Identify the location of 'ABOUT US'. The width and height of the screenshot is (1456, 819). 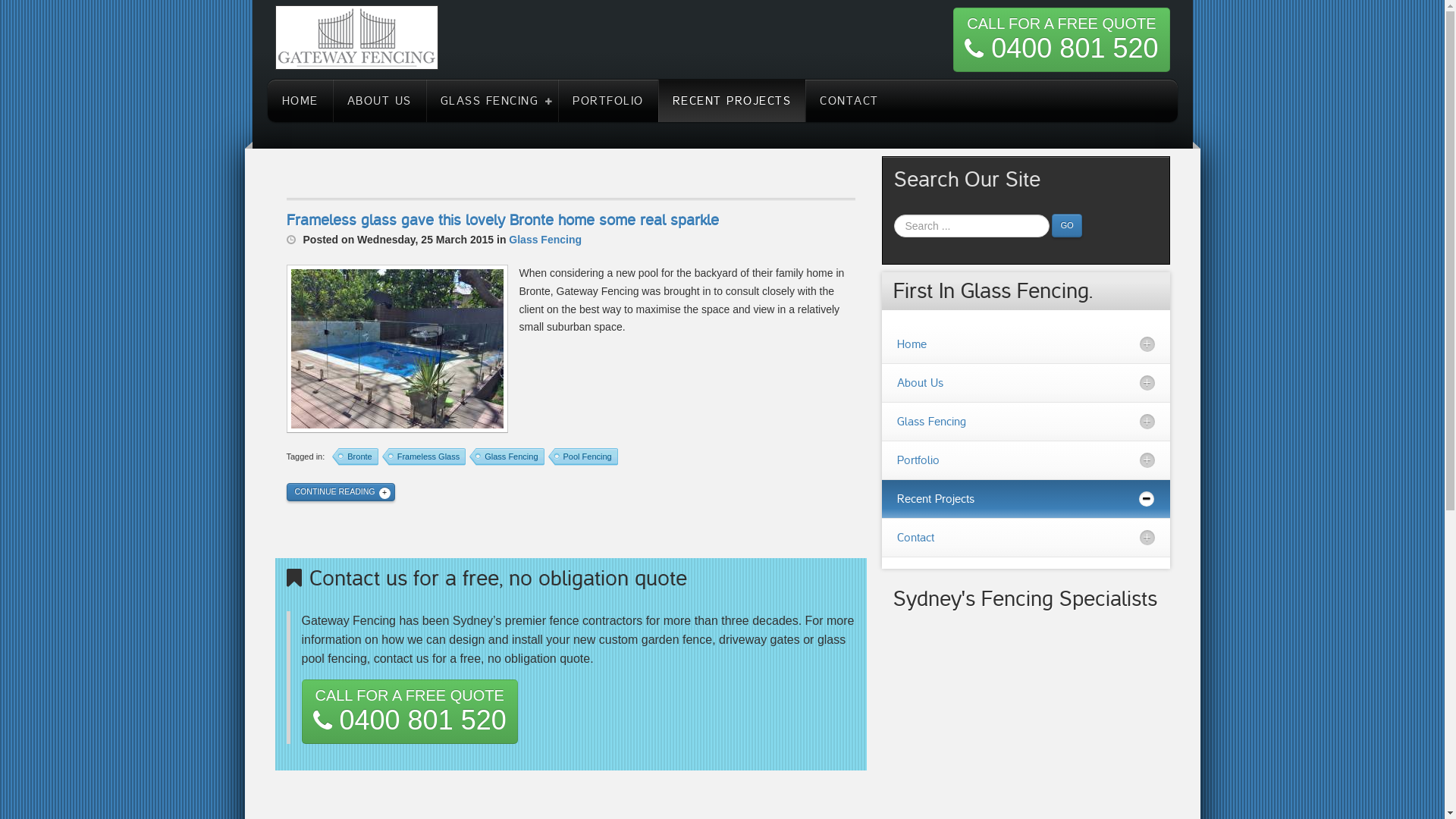
(378, 100).